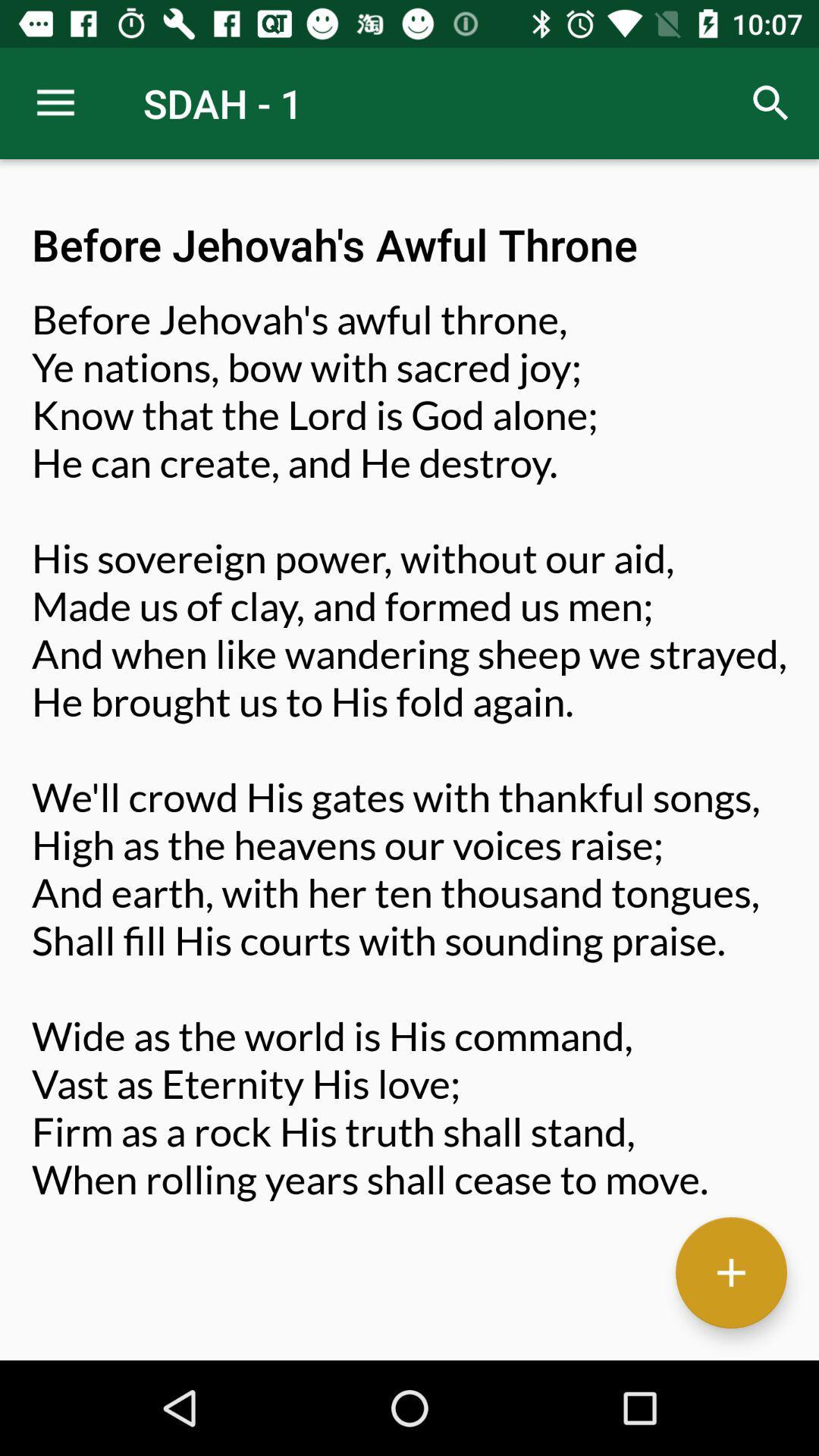  I want to click on icon at the bottom right corner, so click(730, 1272).